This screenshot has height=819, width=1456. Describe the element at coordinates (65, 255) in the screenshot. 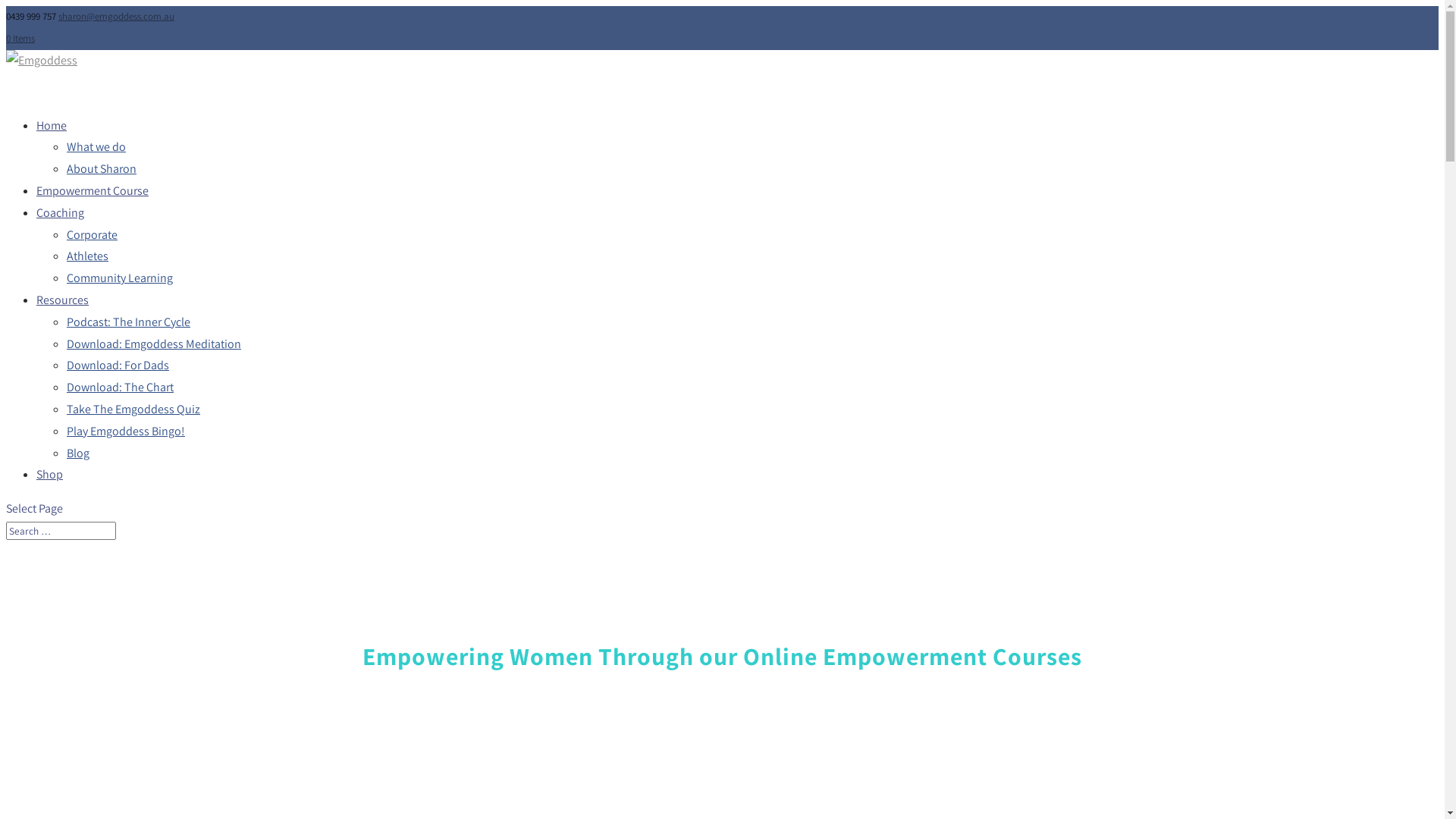

I see `'Athletes'` at that location.